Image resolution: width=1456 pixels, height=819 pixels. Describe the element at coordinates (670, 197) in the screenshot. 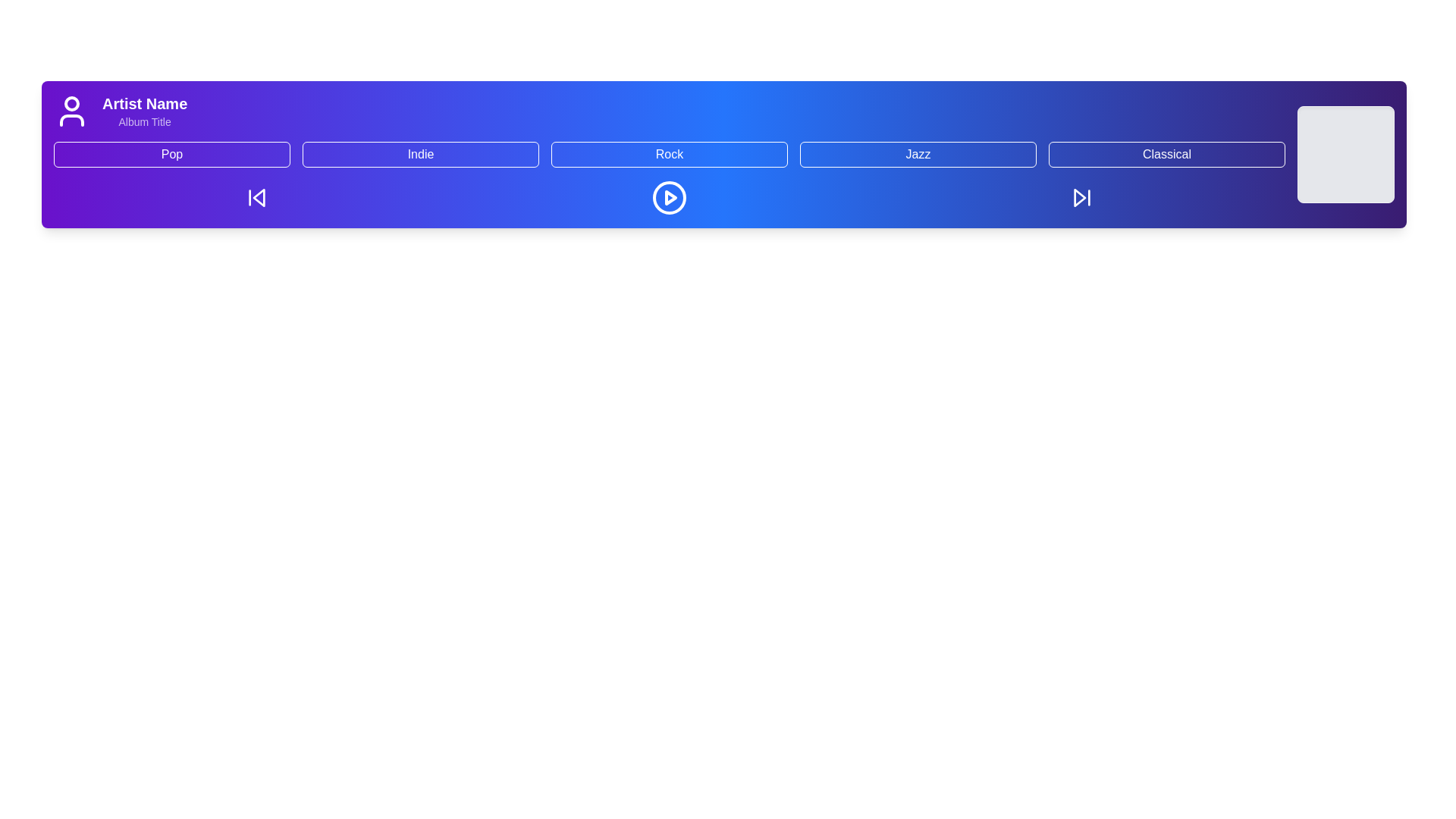

I see `the triangular play icon located centrally inside the circular button at the bottom center of the navigation bar to initiate playback` at that location.